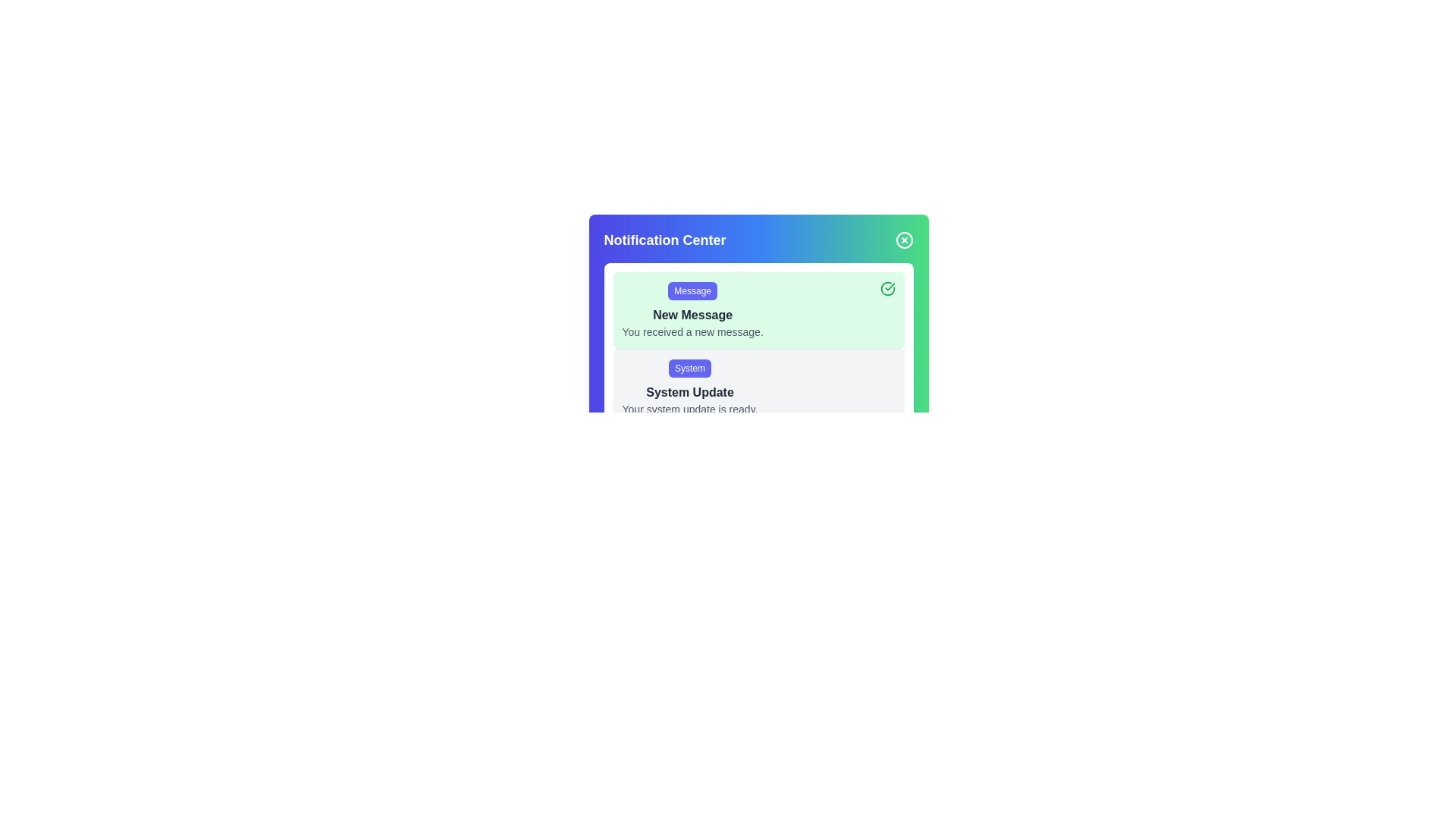 Image resolution: width=1456 pixels, height=819 pixels. Describe the element at coordinates (665, 239) in the screenshot. I see `the text label that serves as the title for the notification interface, located at the top-center of the visible interface` at that location.